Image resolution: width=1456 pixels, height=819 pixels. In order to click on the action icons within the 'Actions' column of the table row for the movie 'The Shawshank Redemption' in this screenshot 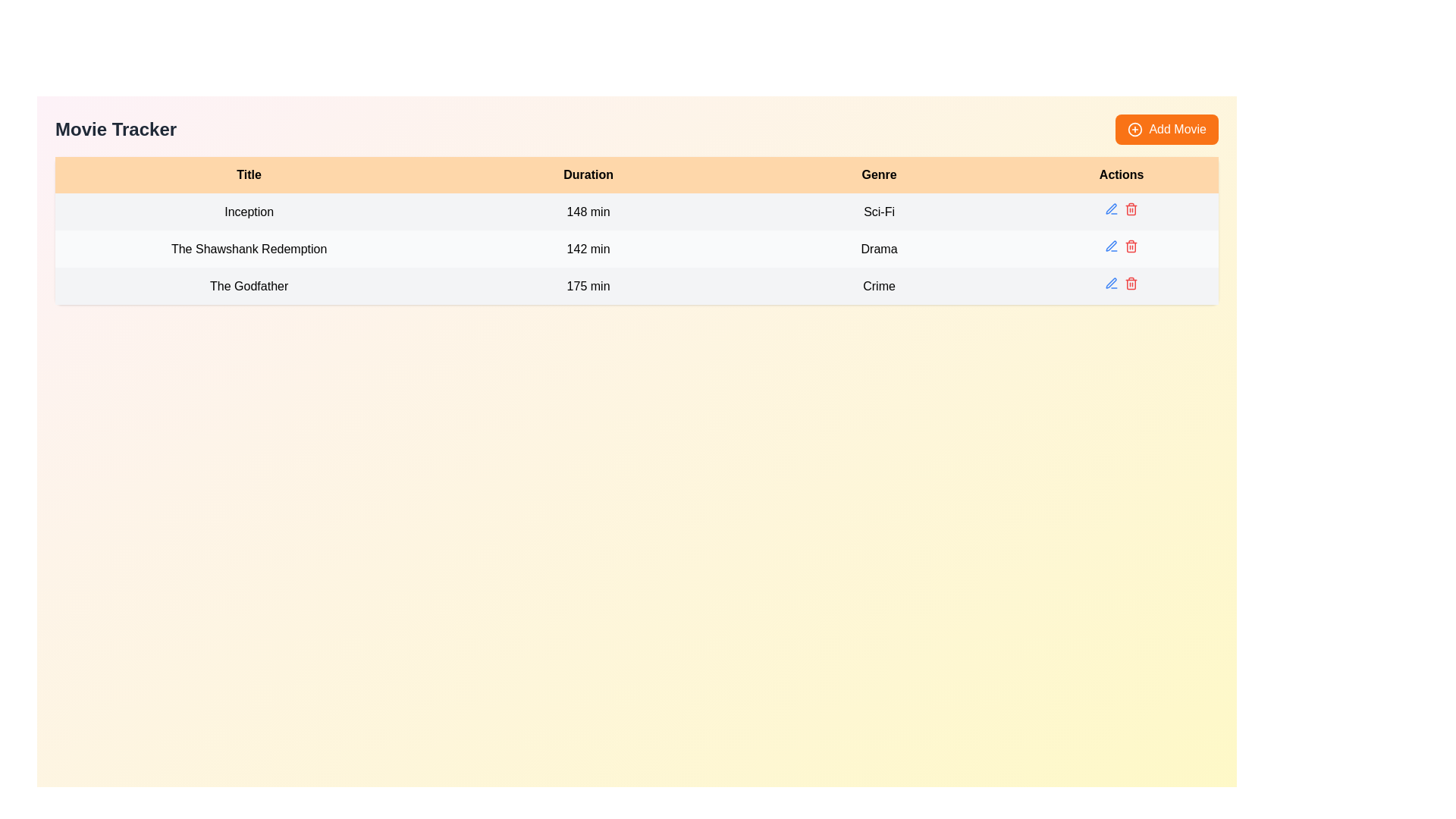, I will do `click(1122, 248)`.